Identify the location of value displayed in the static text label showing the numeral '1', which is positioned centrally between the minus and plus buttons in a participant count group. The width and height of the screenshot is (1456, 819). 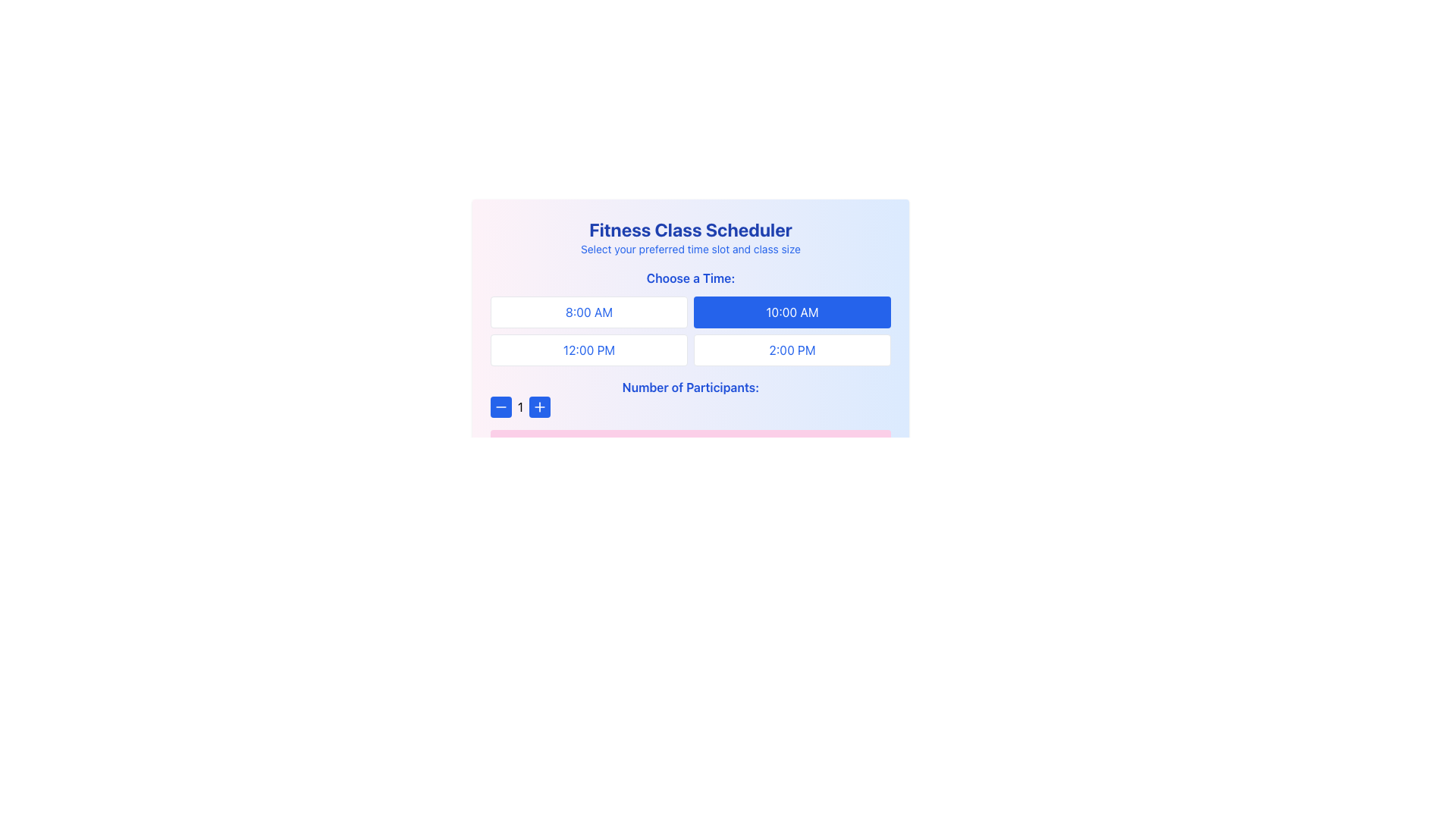
(520, 406).